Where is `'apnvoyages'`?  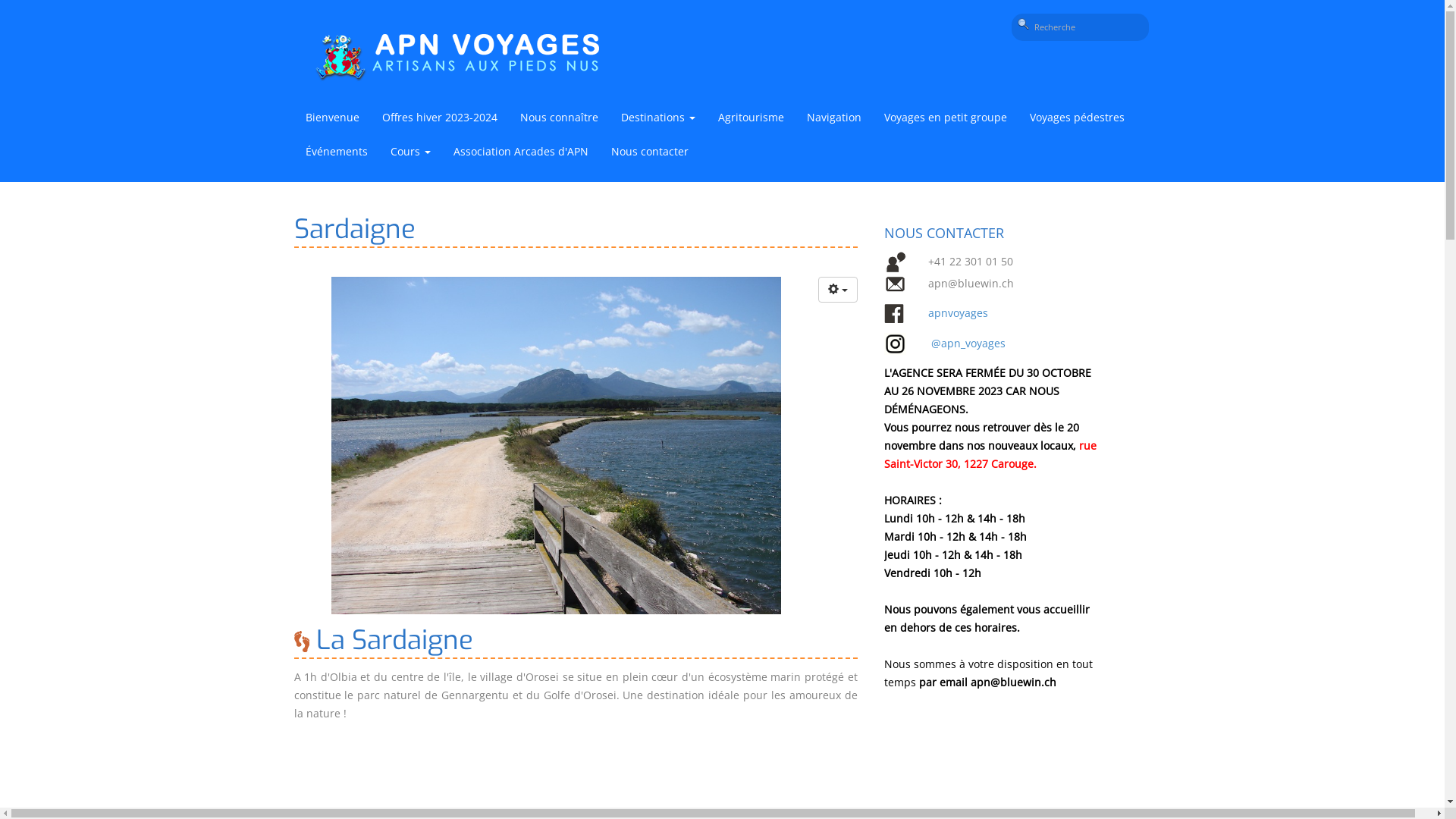
'apnvoyages' is located at coordinates (957, 312).